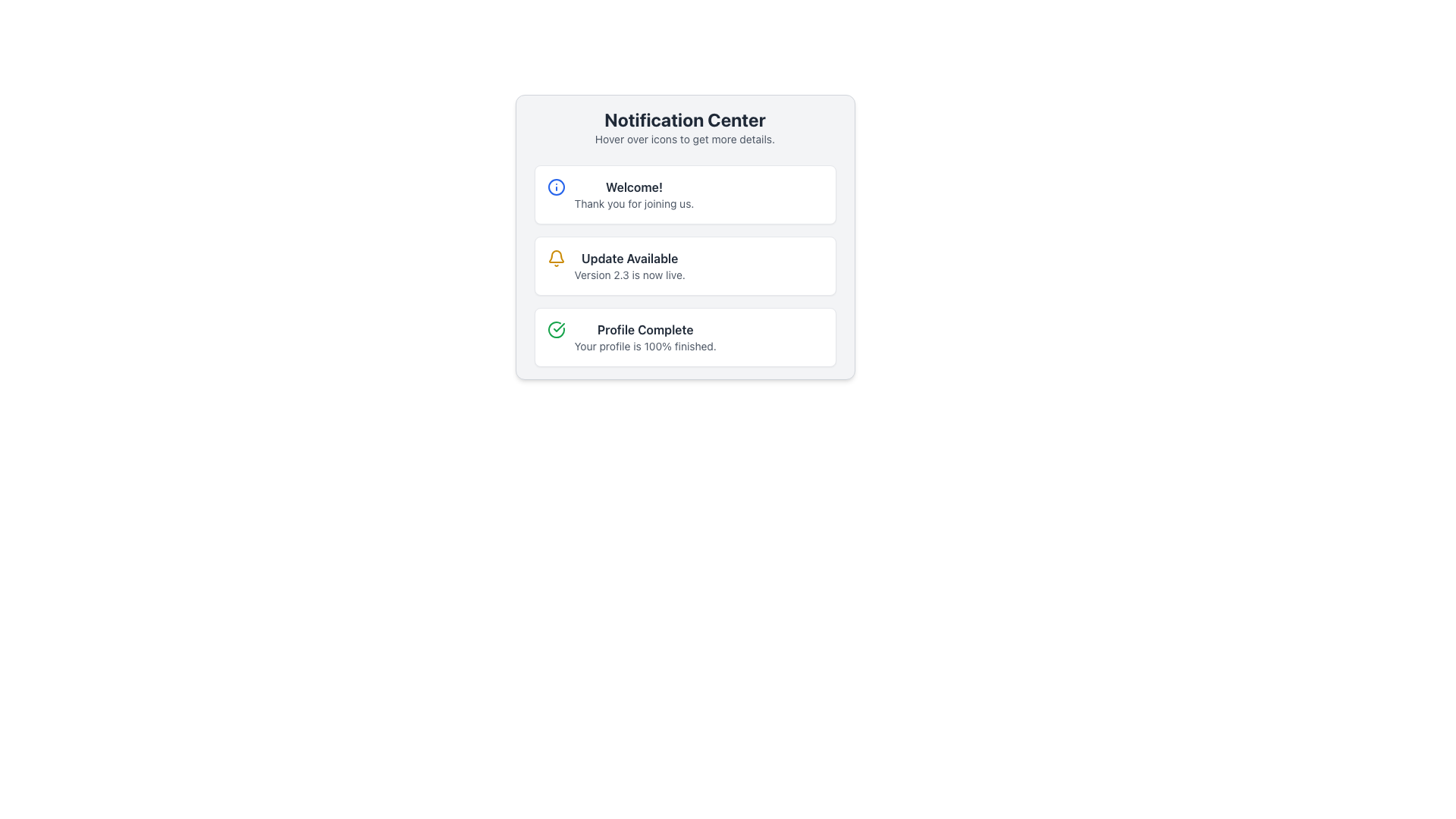 The height and width of the screenshot is (819, 1456). I want to click on the main heading text element that indicates the context of the notification center, positioned at the top of the layout, so click(684, 119).